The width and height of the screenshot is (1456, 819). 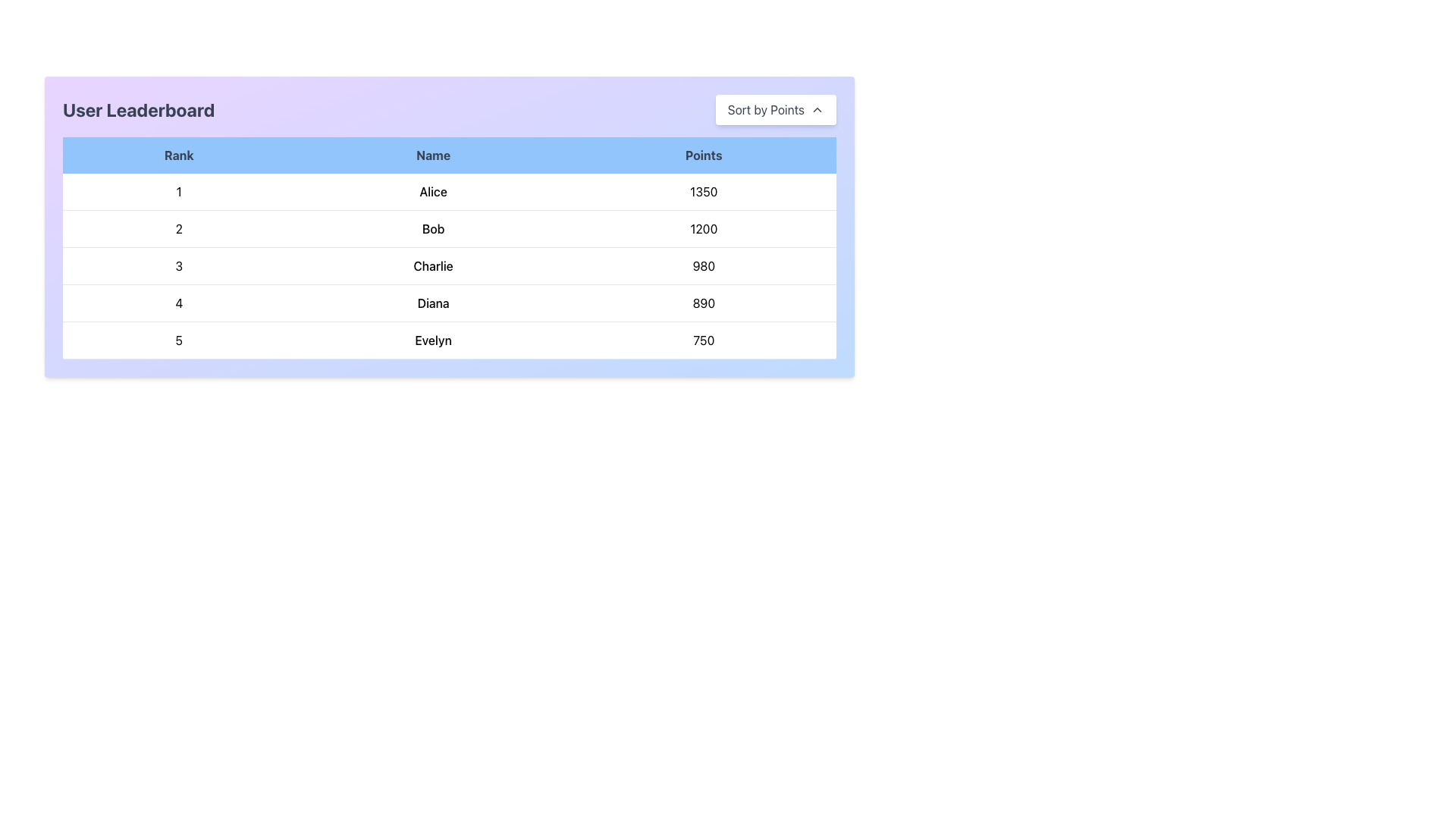 I want to click on the non-interactive text element displaying a name in the fourth row of the table under the 'Name' column, located between the 'Rank' and 'Points' columns, so click(x=432, y=303).